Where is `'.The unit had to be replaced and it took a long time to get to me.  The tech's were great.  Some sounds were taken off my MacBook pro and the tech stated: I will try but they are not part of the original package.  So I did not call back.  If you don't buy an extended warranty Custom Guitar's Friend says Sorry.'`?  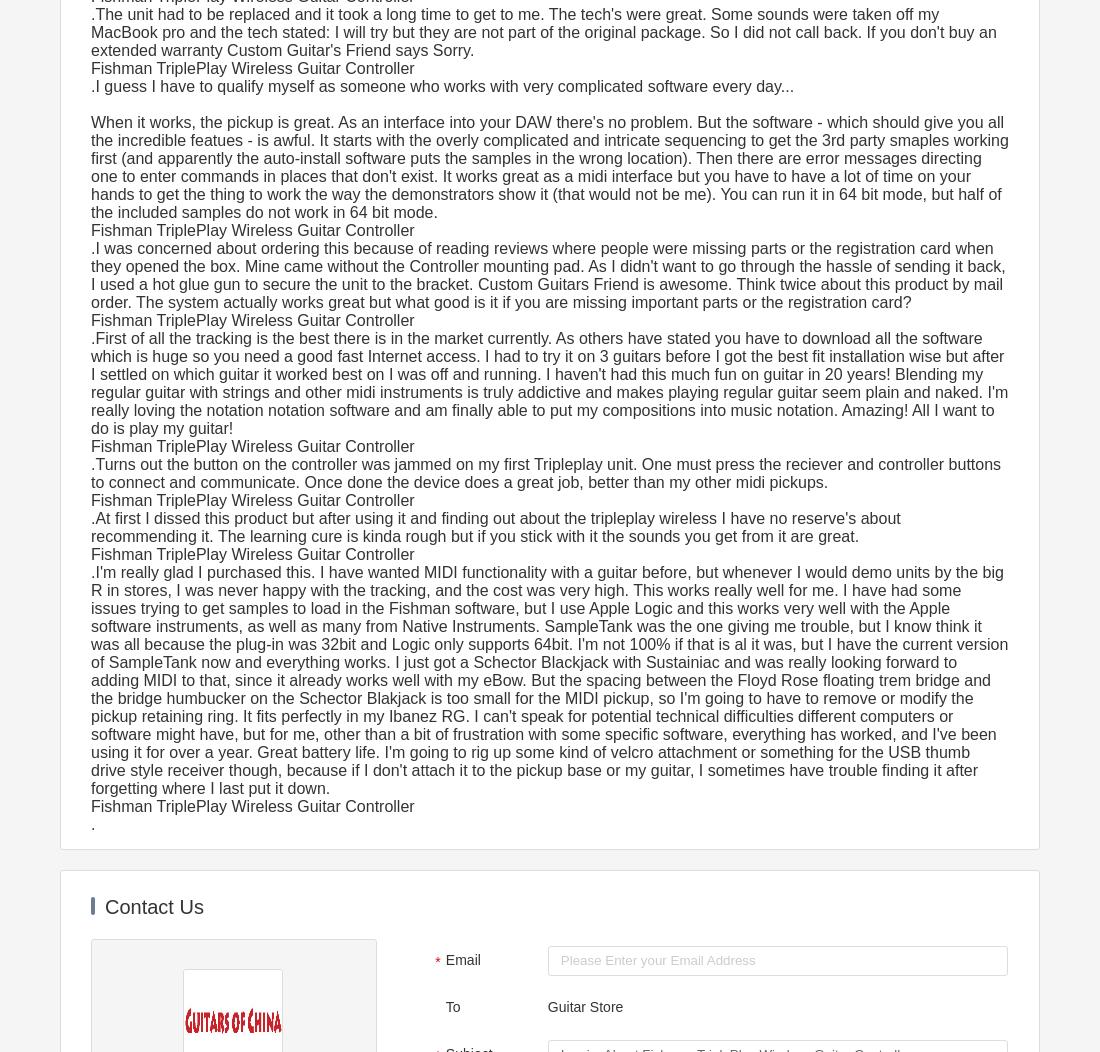 '.The unit had to be replaced and it took a long time to get to me.  The tech's were great.  Some sounds were taken off my MacBook pro and the tech stated: I will try but they are not part of the original package.  So I did not call back.  If you don't buy an extended warranty Custom Guitar's Friend says Sorry.' is located at coordinates (543, 32).